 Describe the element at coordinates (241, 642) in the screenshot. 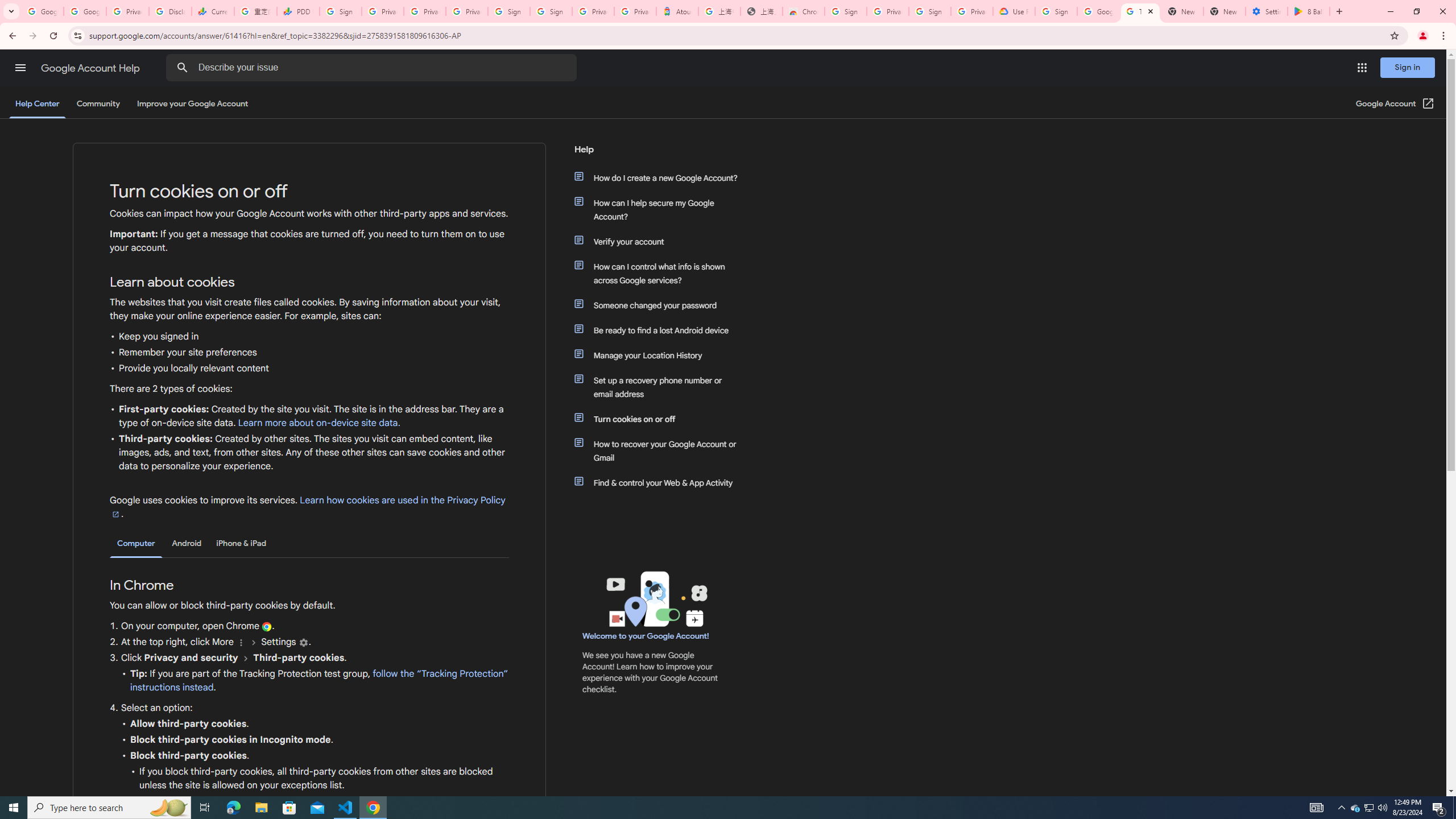

I see `'More'` at that location.